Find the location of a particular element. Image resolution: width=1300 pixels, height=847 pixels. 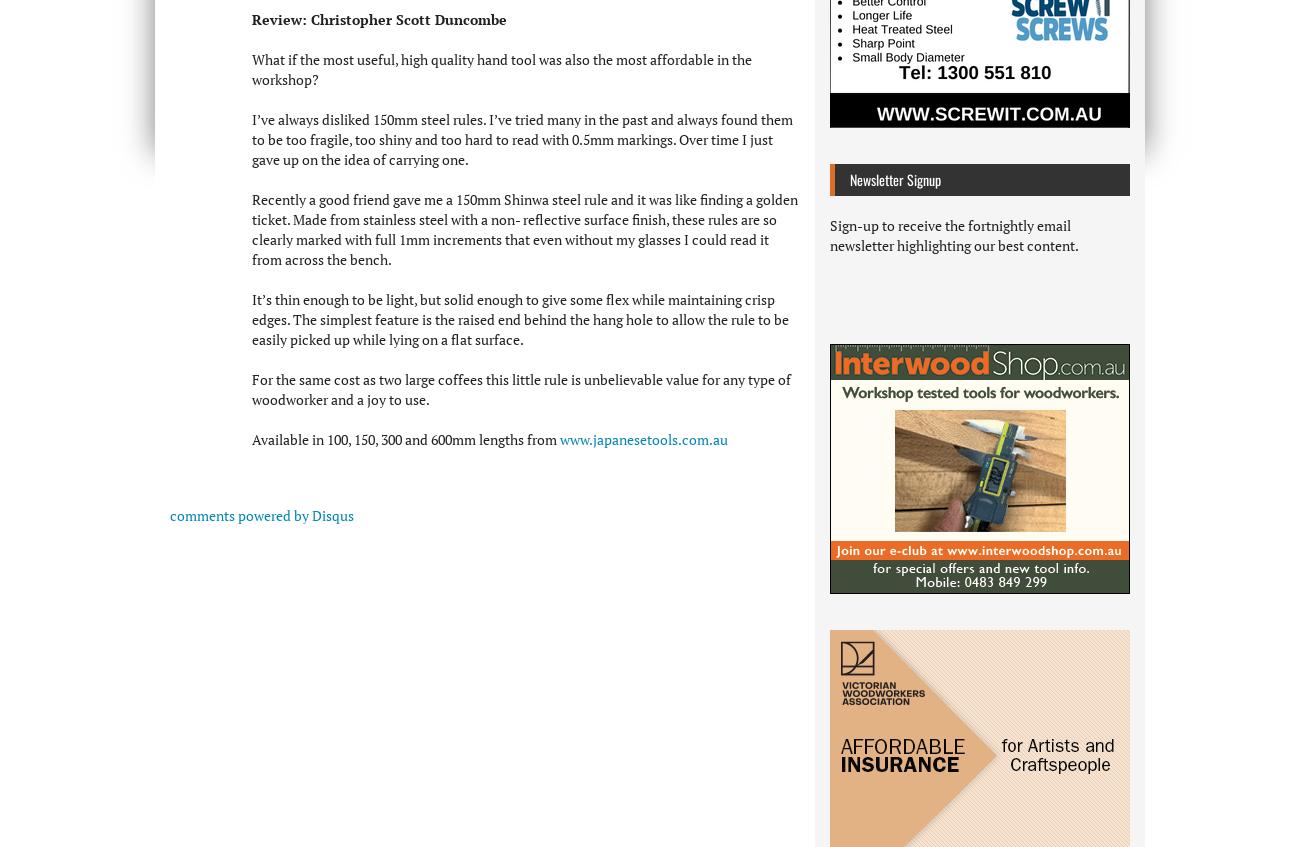

'It’s thin enough to be light, but solid enough to give some flex while maintaining crisp edges. The simplest feature is the raised end behind the hang hole to allow the rule to be easily picked up while lying on a flat surface.' is located at coordinates (520, 318).